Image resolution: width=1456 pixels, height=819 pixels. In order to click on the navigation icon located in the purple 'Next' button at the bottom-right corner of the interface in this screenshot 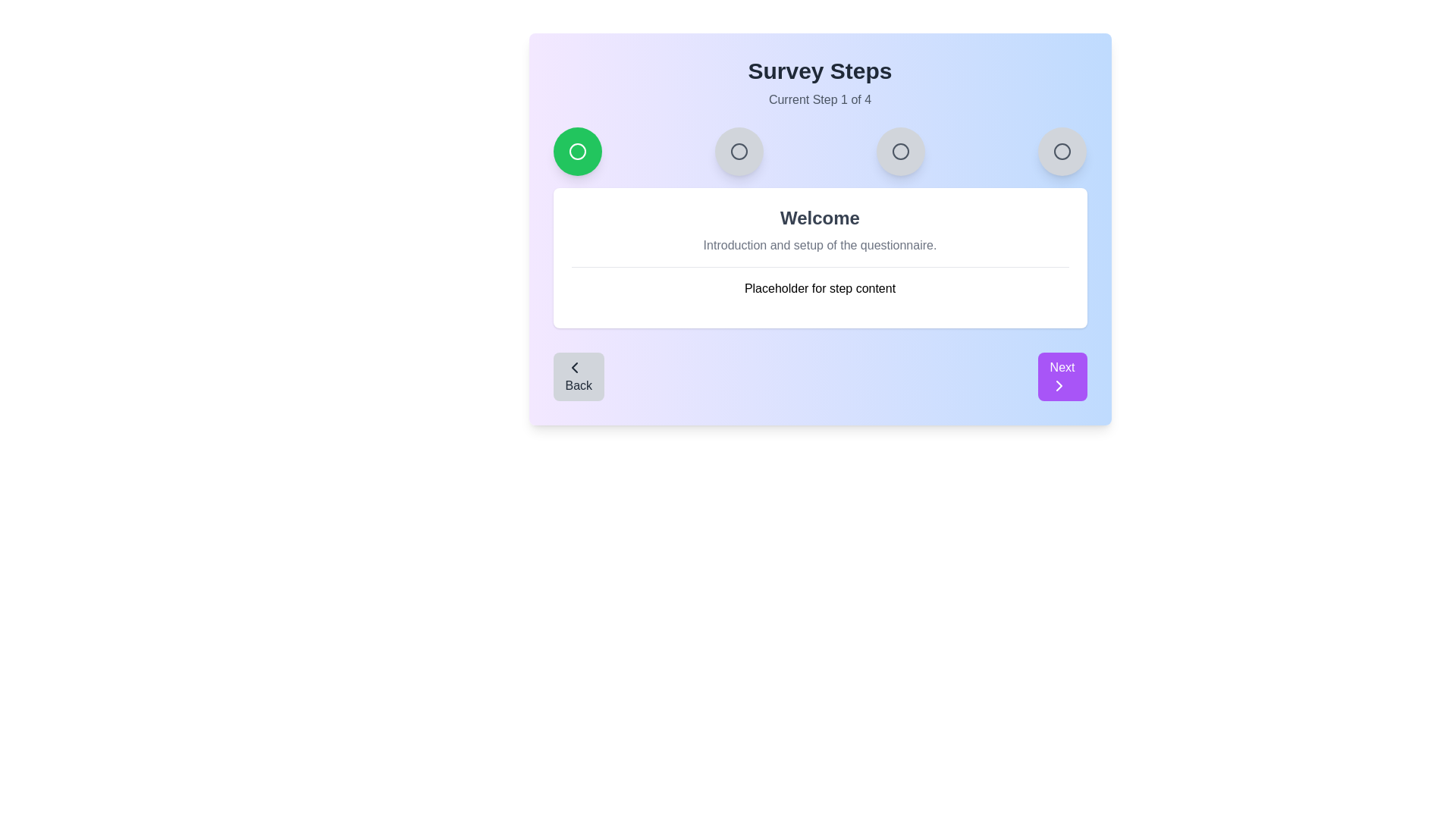, I will do `click(1058, 385)`.